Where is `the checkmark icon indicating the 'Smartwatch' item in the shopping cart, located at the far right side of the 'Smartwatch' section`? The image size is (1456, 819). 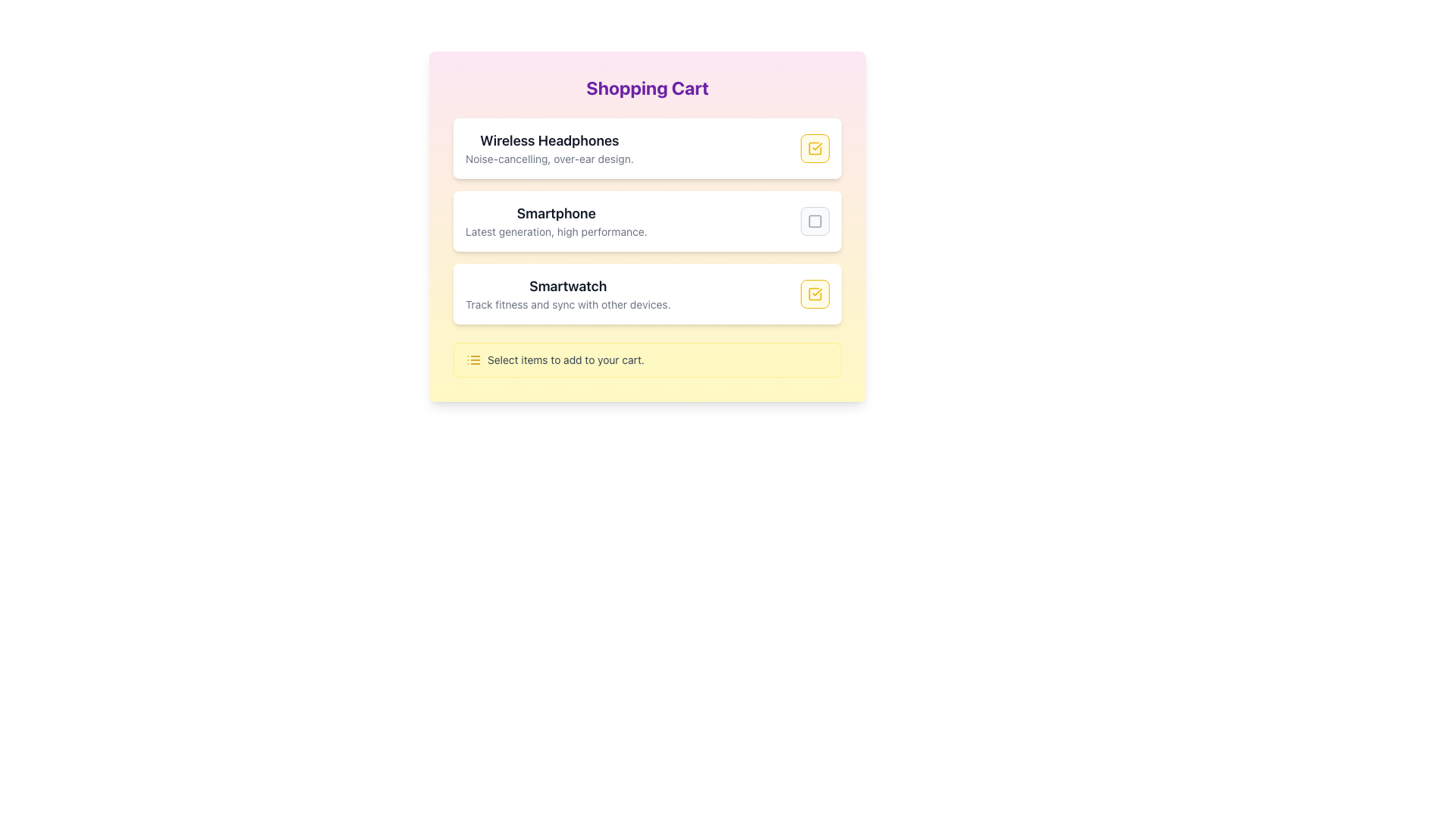 the checkmark icon indicating the 'Smartwatch' item in the shopping cart, located at the far right side of the 'Smartwatch' section is located at coordinates (814, 294).